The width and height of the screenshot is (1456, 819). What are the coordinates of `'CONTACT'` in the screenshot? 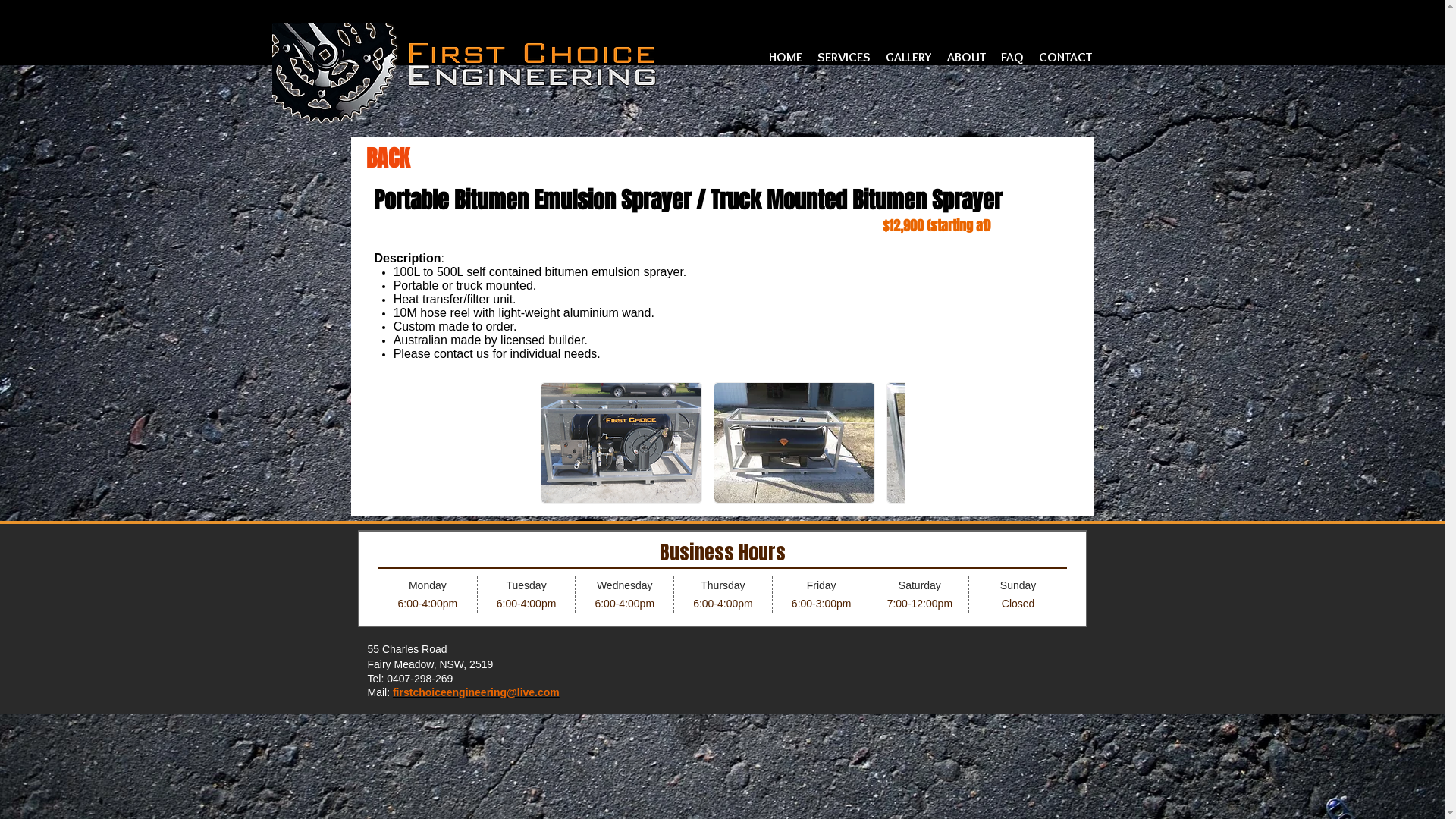 It's located at (1065, 55).